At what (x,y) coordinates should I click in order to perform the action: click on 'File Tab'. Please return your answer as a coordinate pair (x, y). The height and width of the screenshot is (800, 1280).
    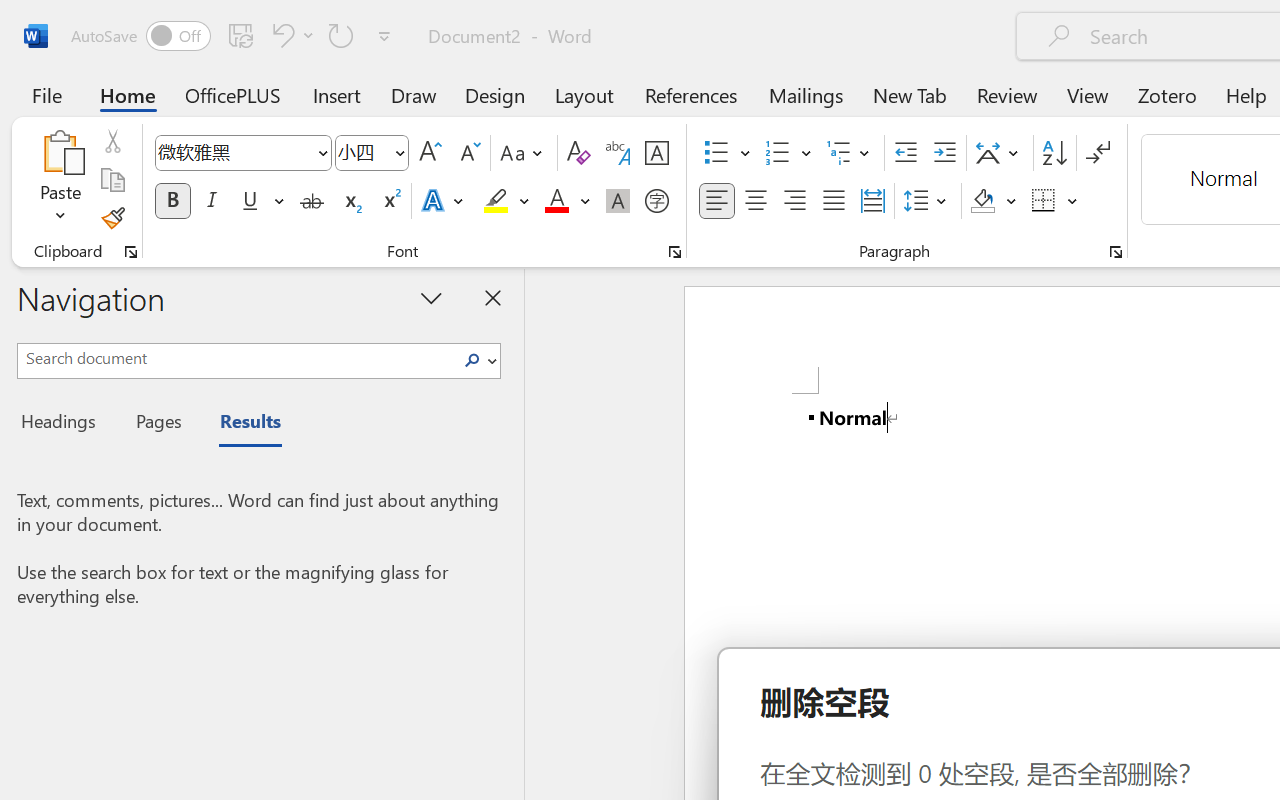
    Looking at the image, I should click on (46, 94).